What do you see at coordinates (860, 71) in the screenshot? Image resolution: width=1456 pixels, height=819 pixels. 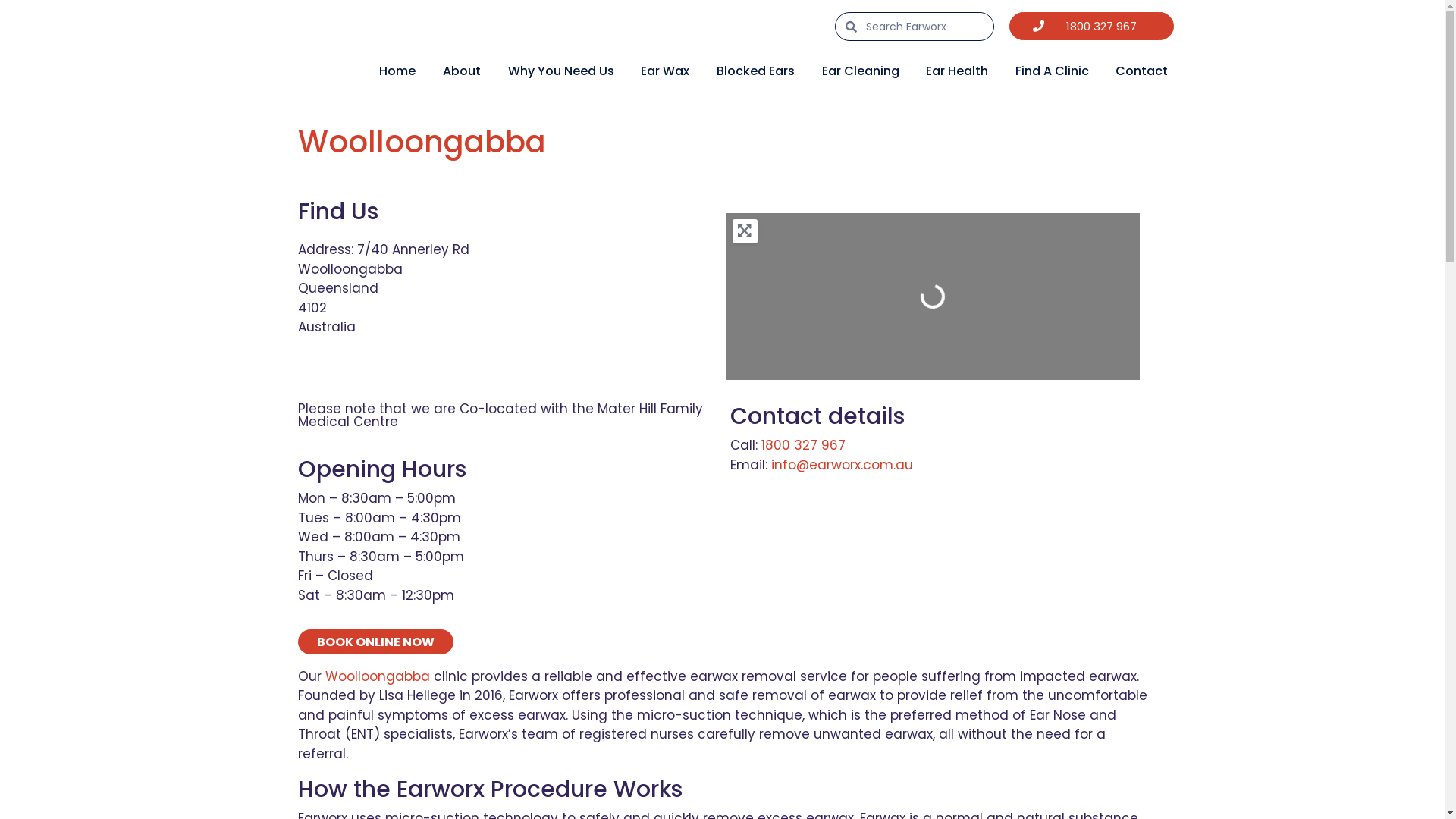 I see `'Ear Cleaning'` at bounding box center [860, 71].